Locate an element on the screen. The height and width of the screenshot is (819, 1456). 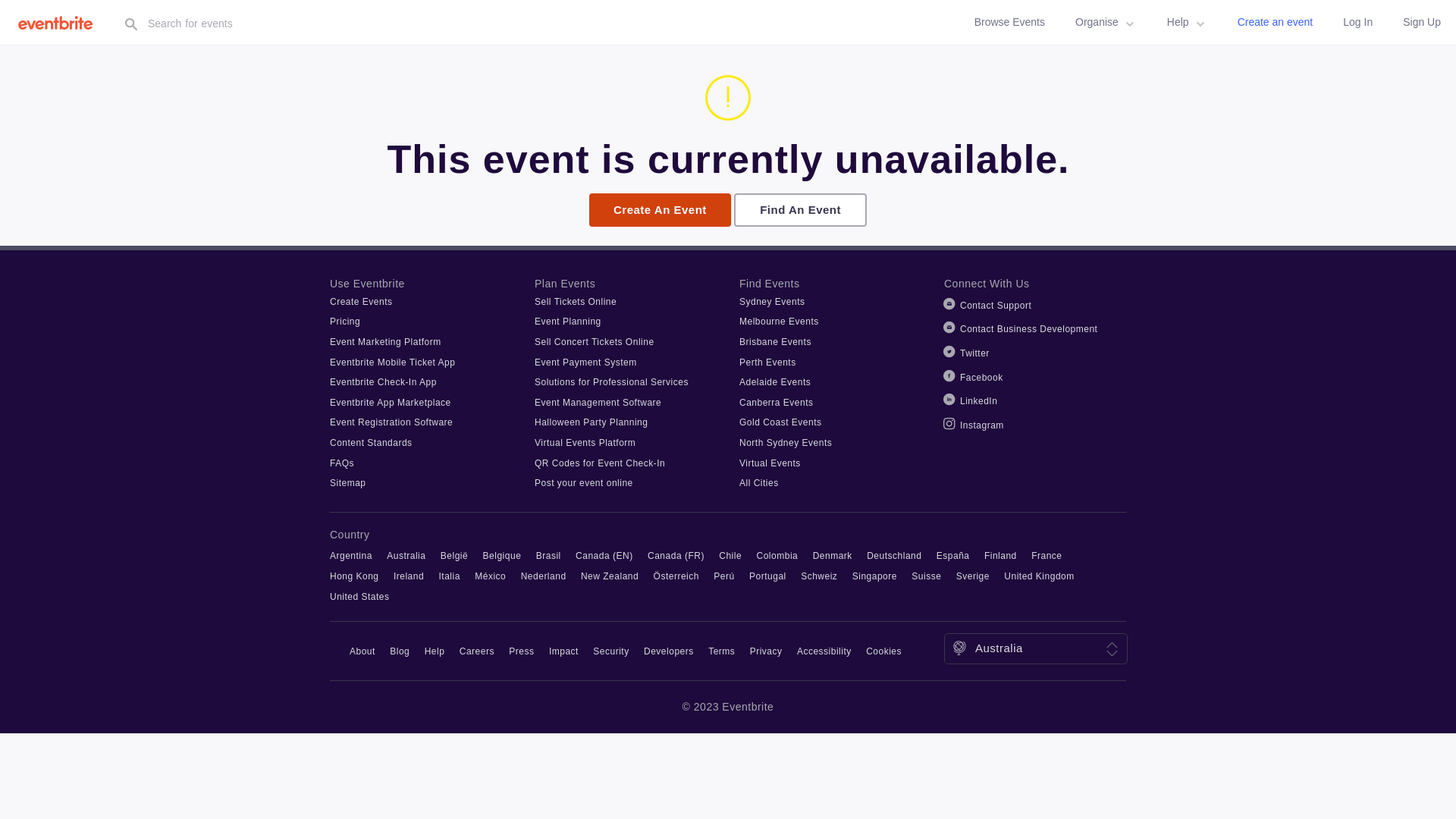
'FAQs' is located at coordinates (341, 462).